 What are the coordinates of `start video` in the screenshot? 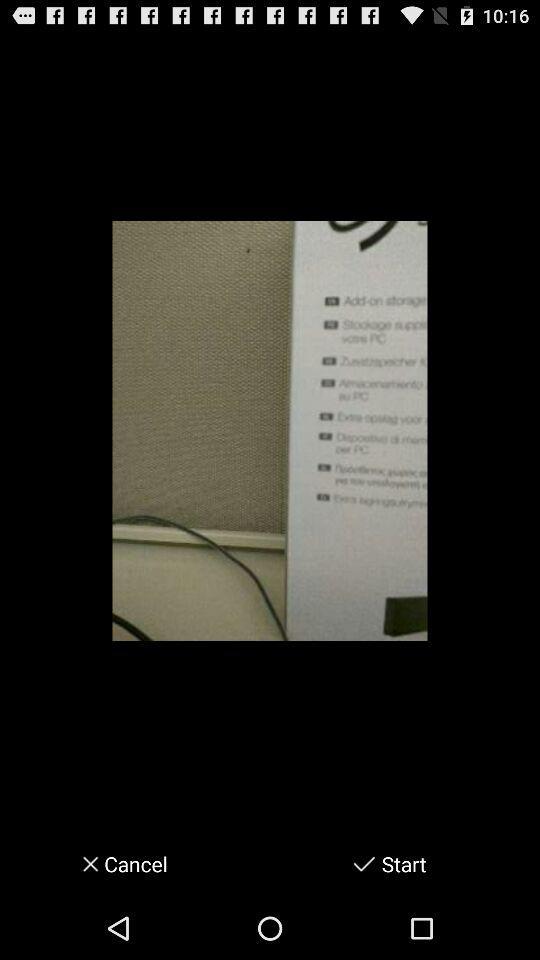 It's located at (363, 863).